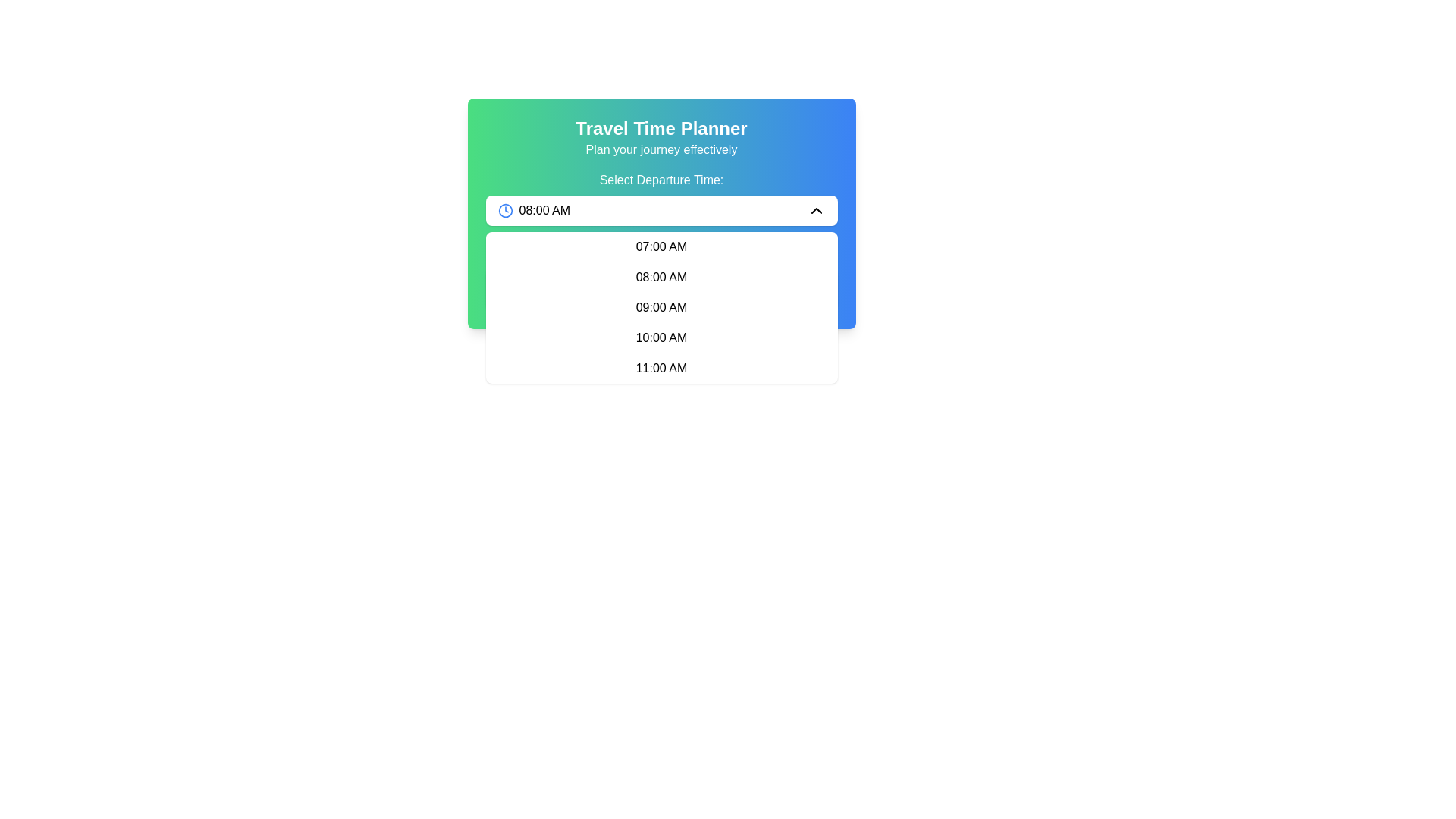 The height and width of the screenshot is (819, 1456). What do you see at coordinates (661, 307) in the screenshot?
I see `the 09:00 AM option in the dropdown menu located beneath the 'Select Departure Time' input field` at bounding box center [661, 307].